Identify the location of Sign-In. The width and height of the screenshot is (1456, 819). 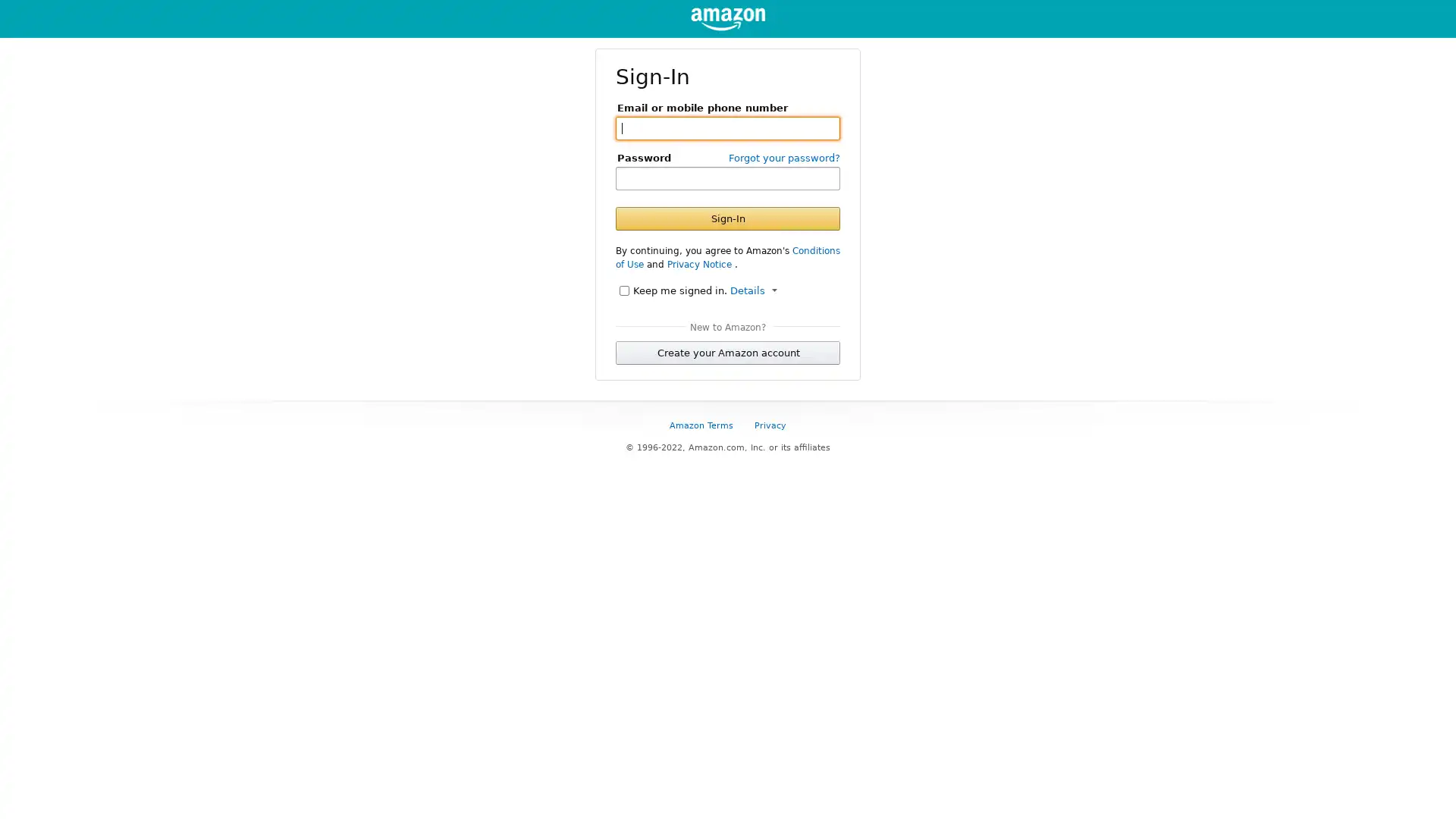
(728, 218).